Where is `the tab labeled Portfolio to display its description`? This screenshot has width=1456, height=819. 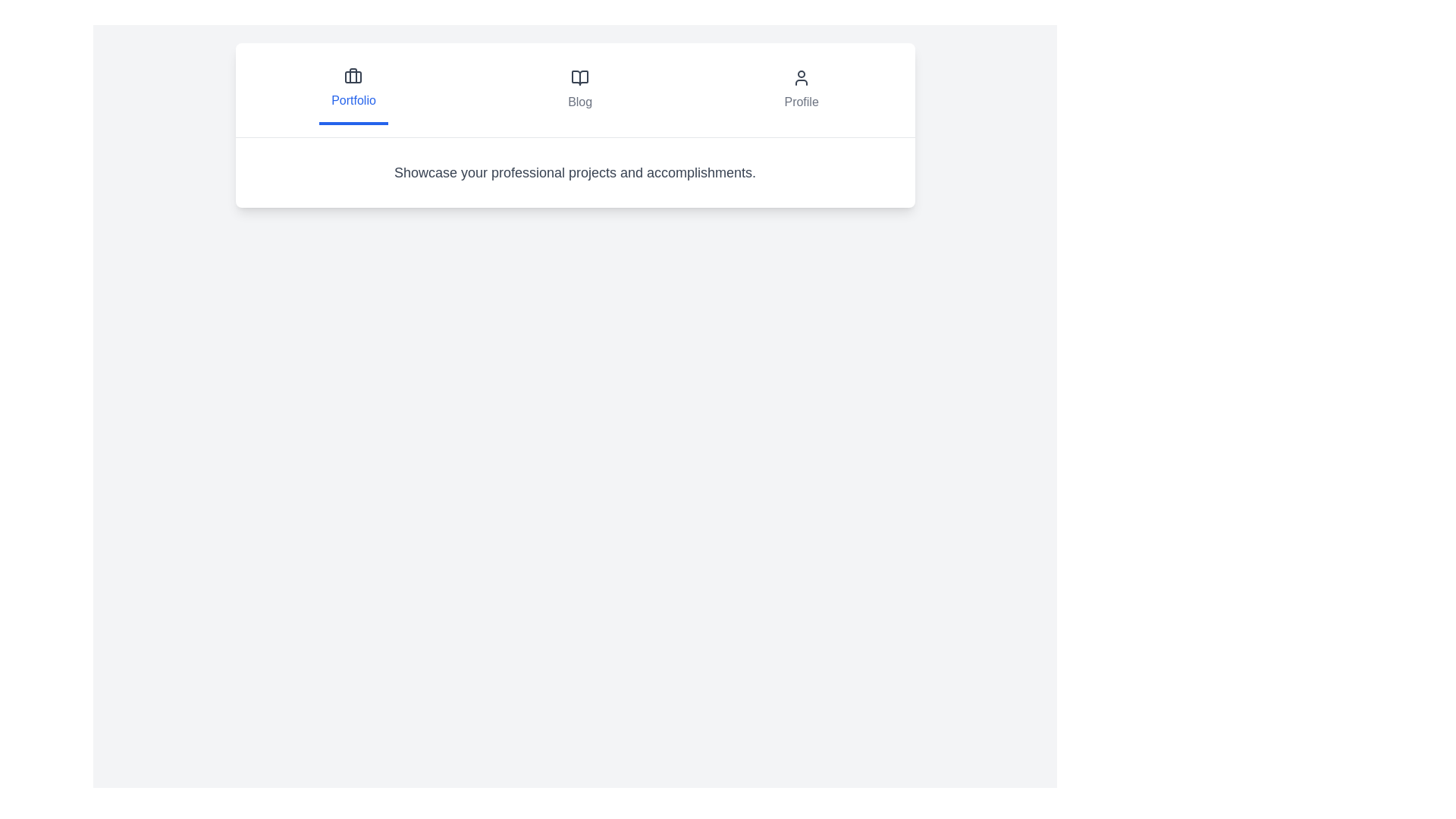
the tab labeled Portfolio to display its description is located at coordinates (352, 90).